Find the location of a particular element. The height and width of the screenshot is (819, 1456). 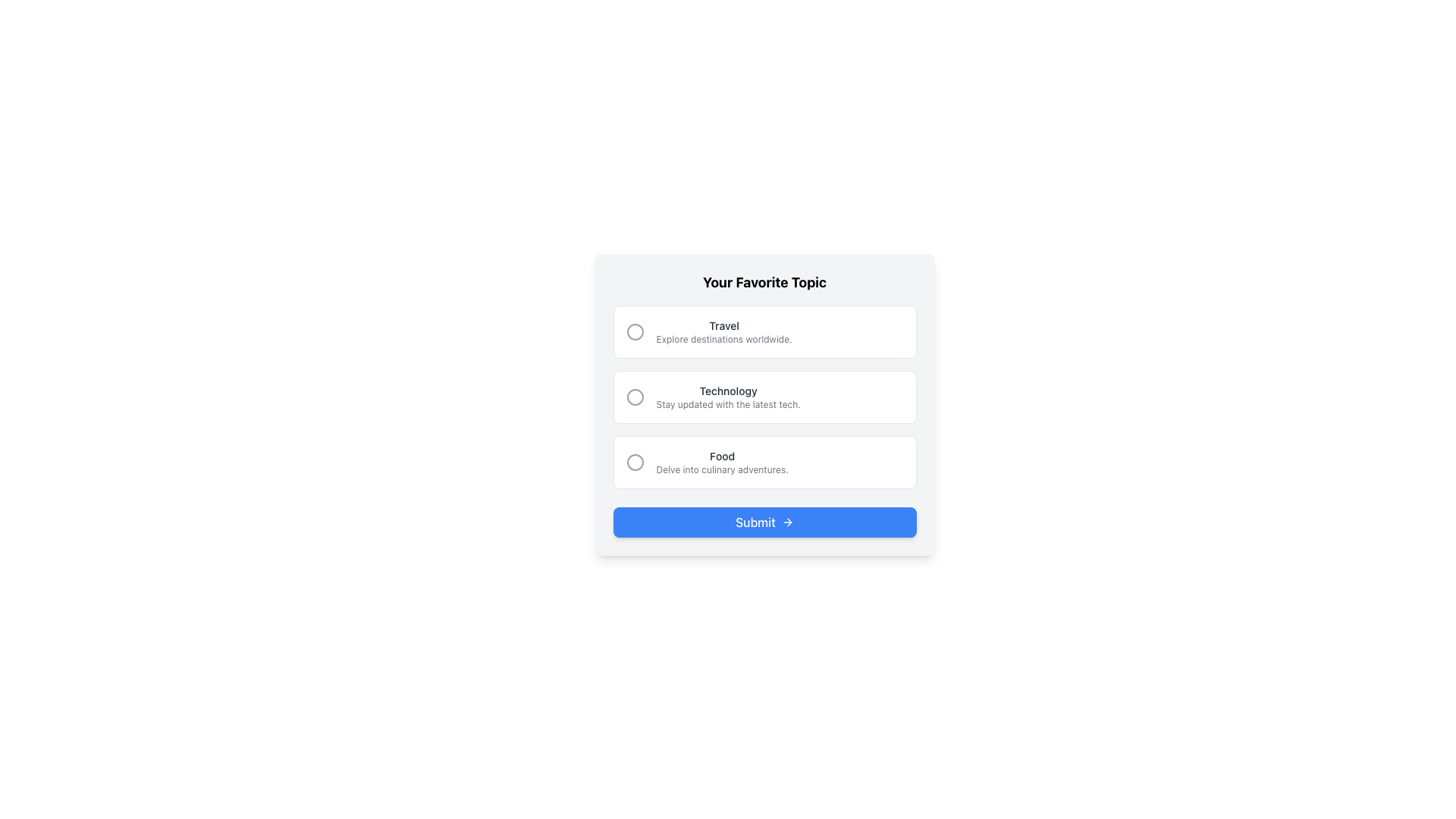

the decorative Circle (SVG) element located to the left of the 'Travel' option in the 'Your Favorite Topic' list is located at coordinates (635, 331).